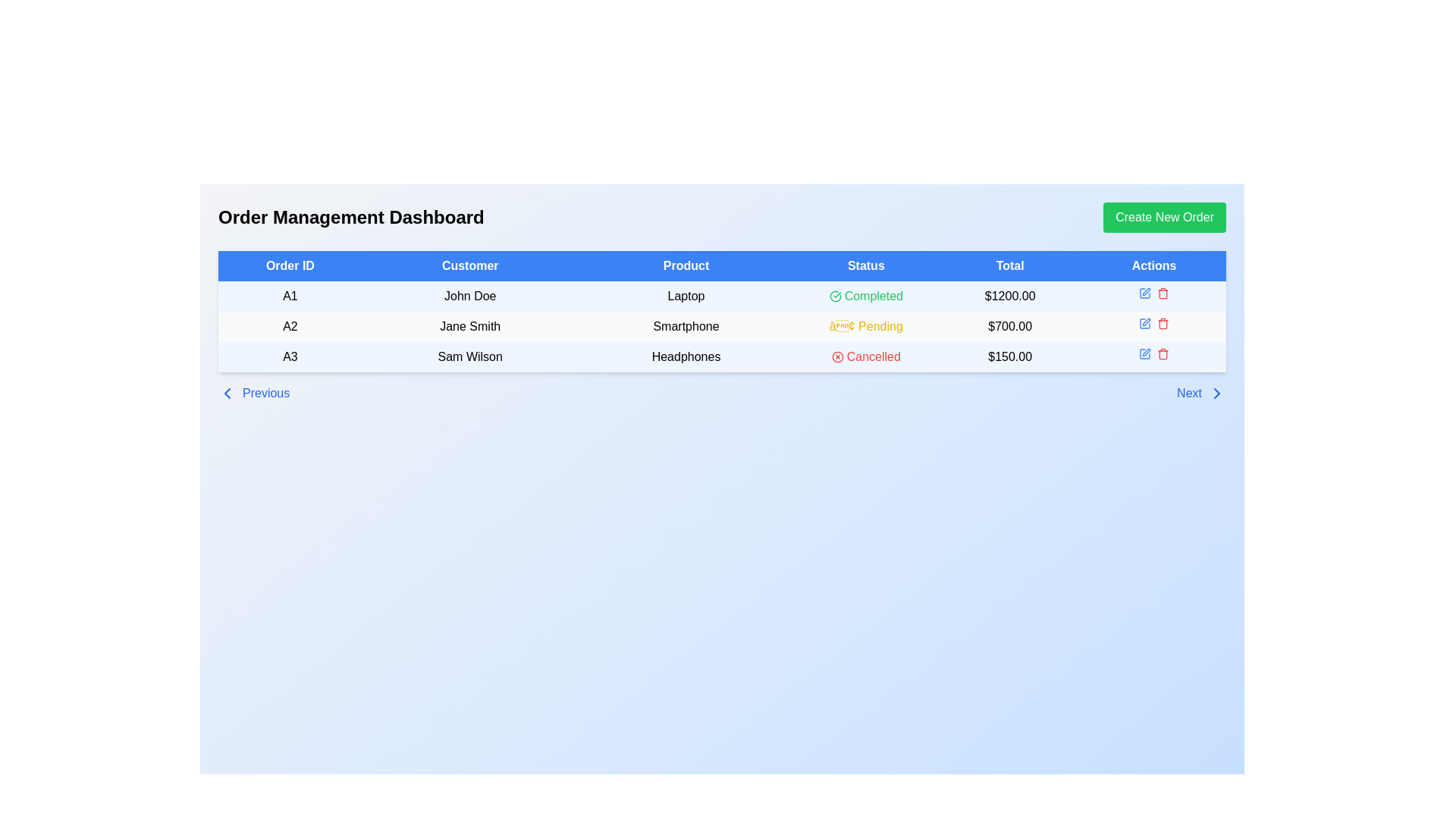  Describe the element at coordinates (469, 356) in the screenshot. I see `the text label displaying 'Sam Wilson' located in the 'Customer' column of the third row in the table, positioned between the 'Order ID' cell ('A3') and the 'Product' cell ('Headphones')` at that location.